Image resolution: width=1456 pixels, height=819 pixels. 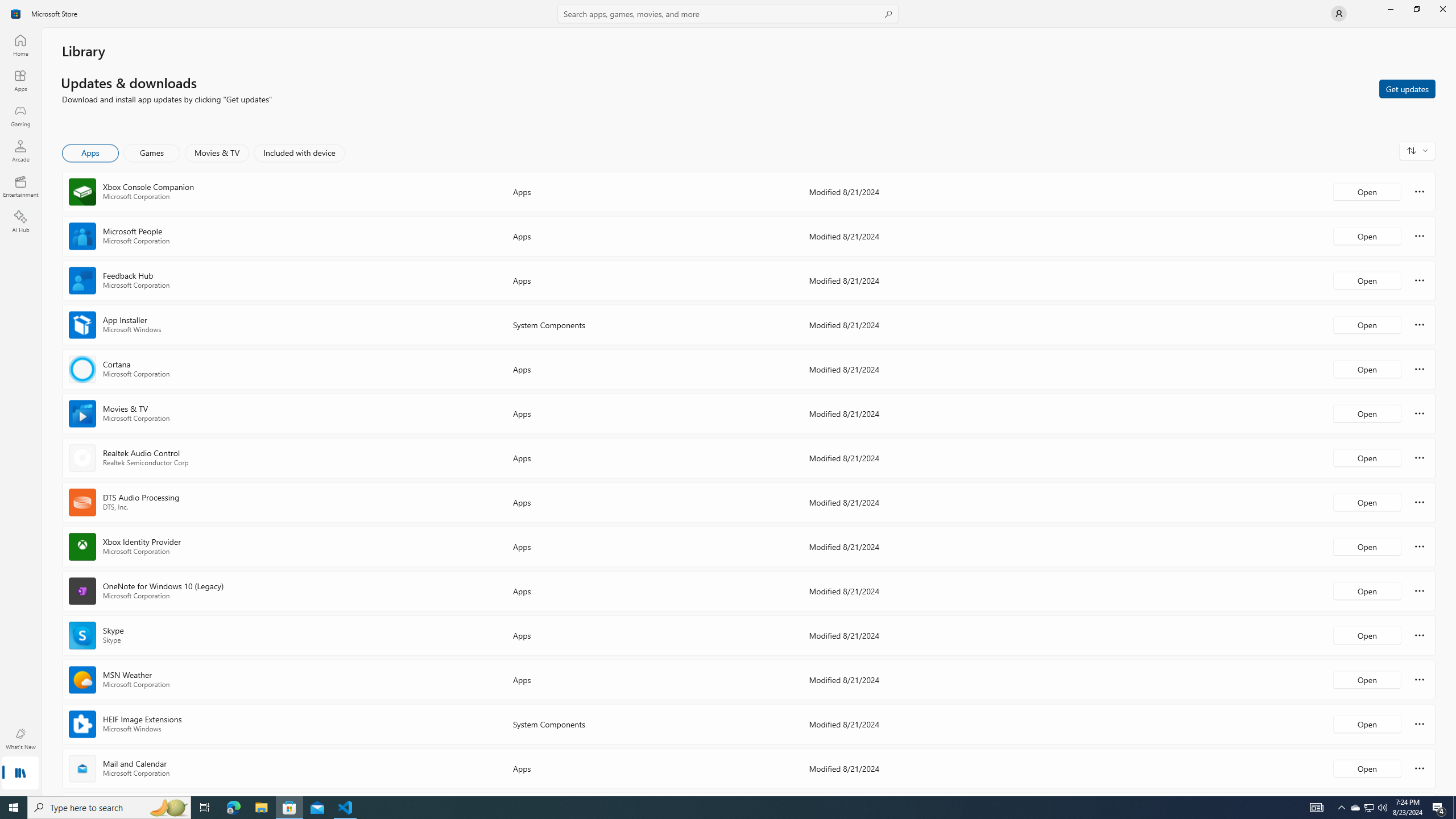 I want to click on 'Get updates', so click(x=1407, y=88).